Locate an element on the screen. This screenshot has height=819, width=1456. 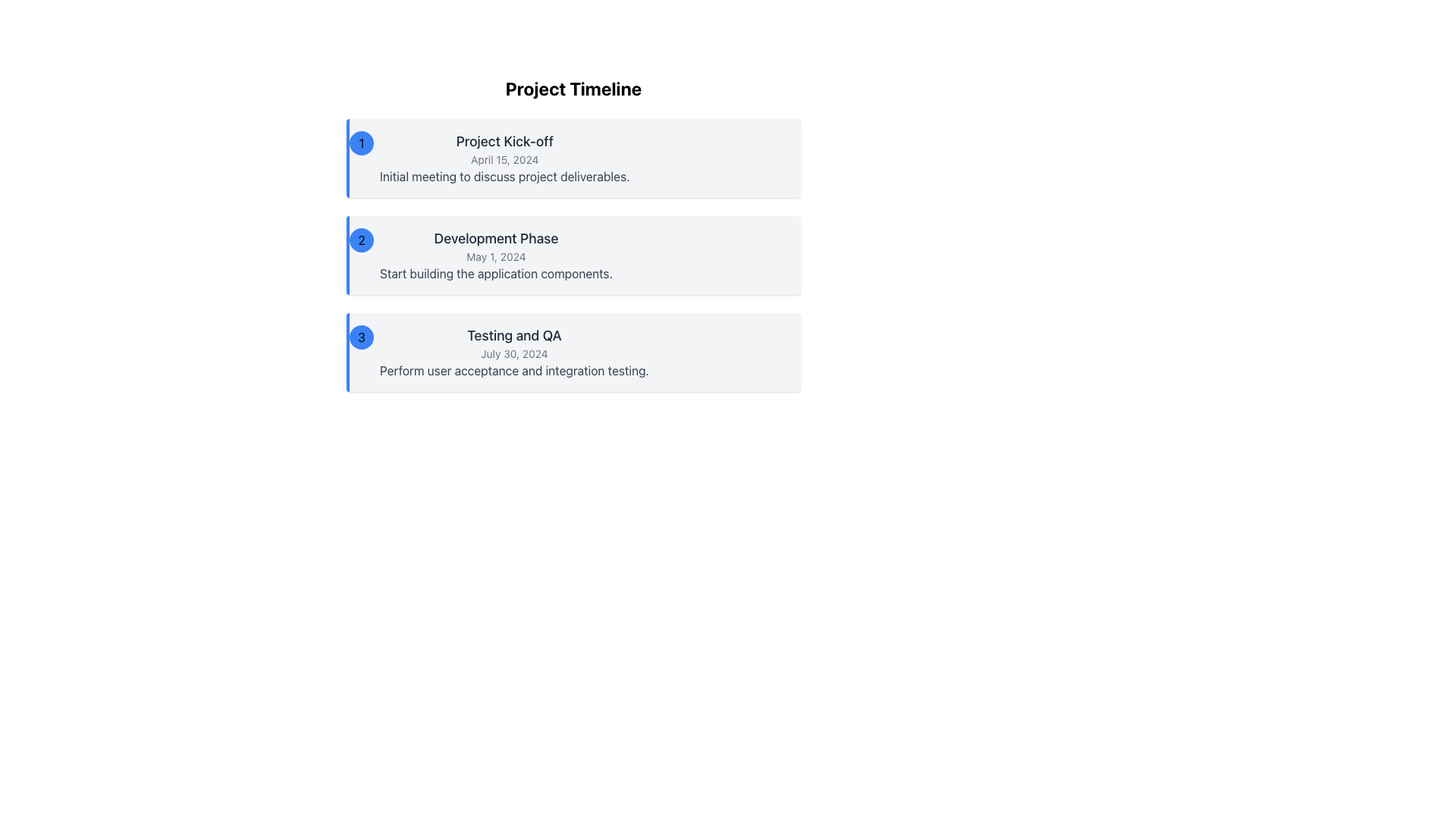
the static text element displaying 'Start building the application components.' located beneath the 'Development Phase' heading in the timeline section is located at coordinates (496, 274).